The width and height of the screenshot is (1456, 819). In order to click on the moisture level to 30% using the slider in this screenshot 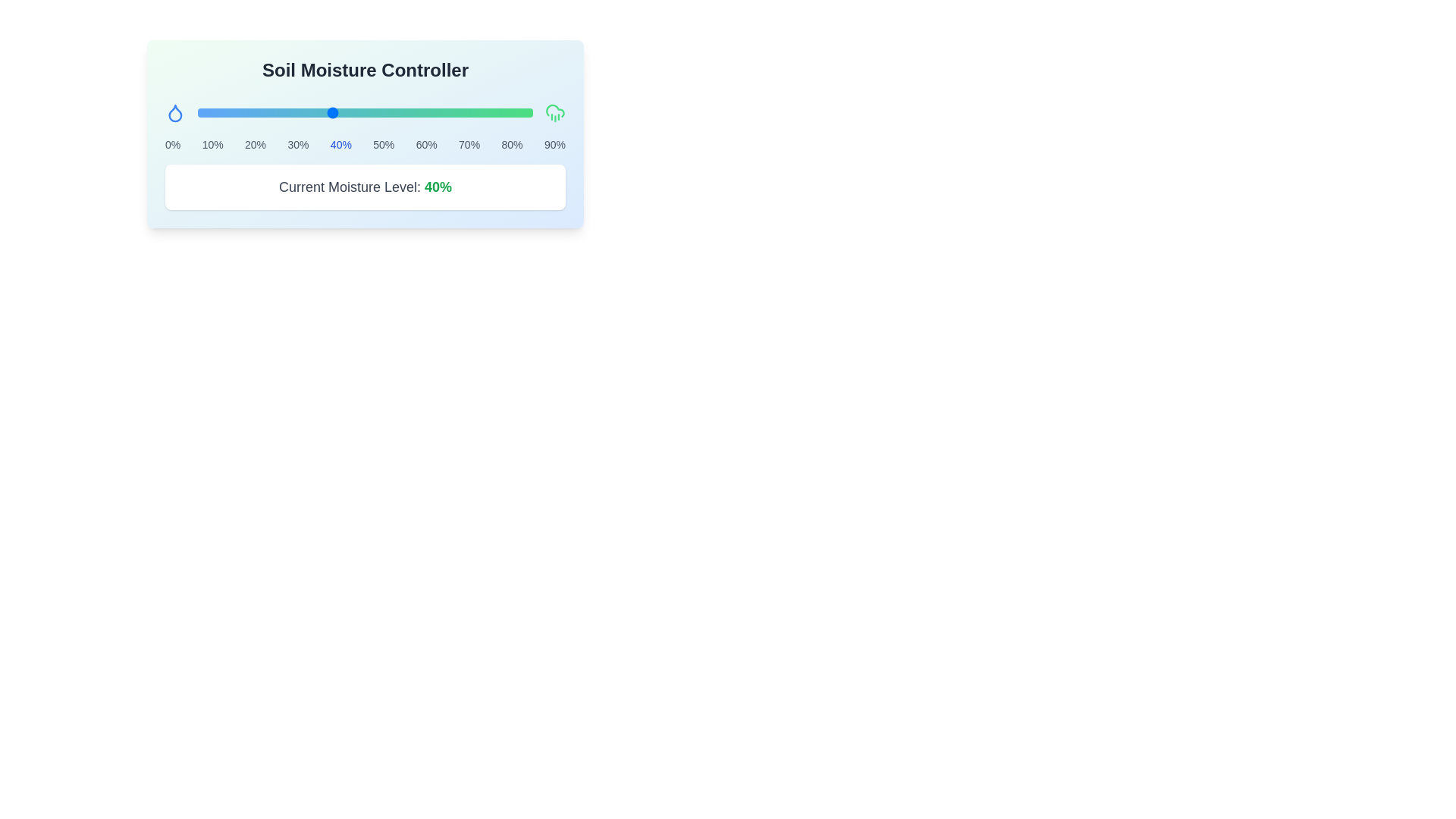, I will do `click(298, 112)`.